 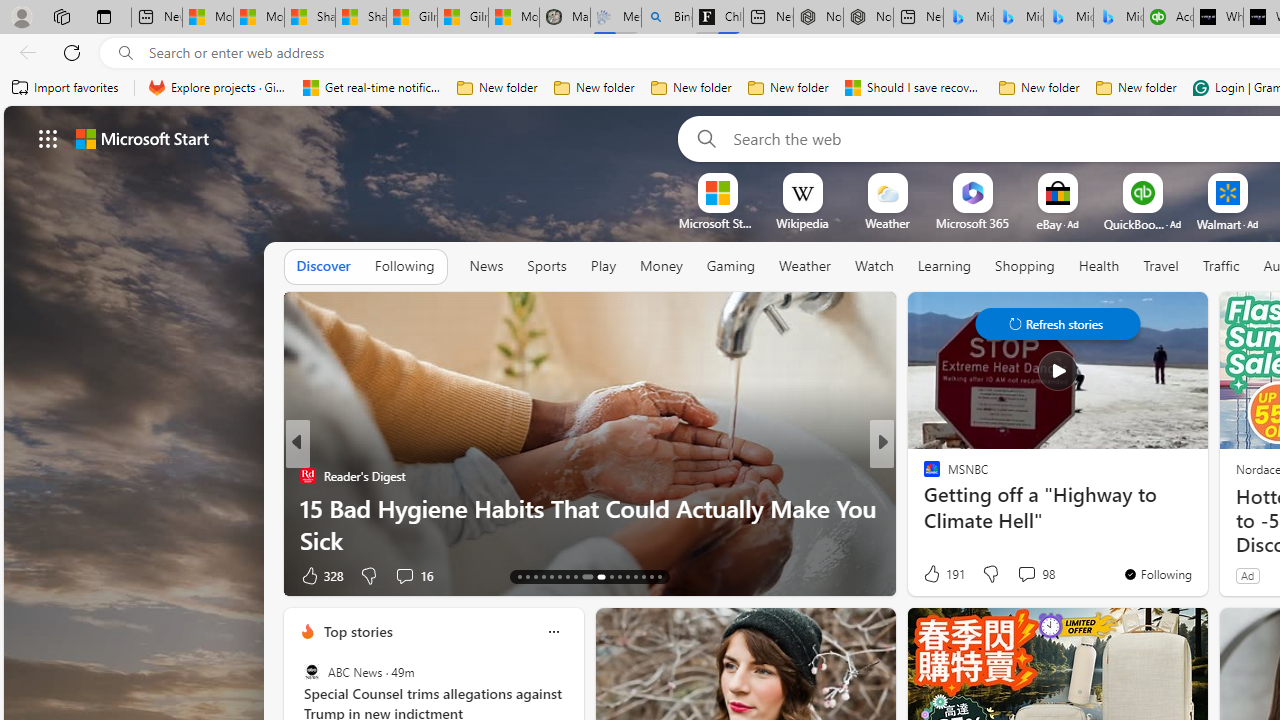 I want to click on 'ETNT Mind+Body', so click(x=922, y=475).